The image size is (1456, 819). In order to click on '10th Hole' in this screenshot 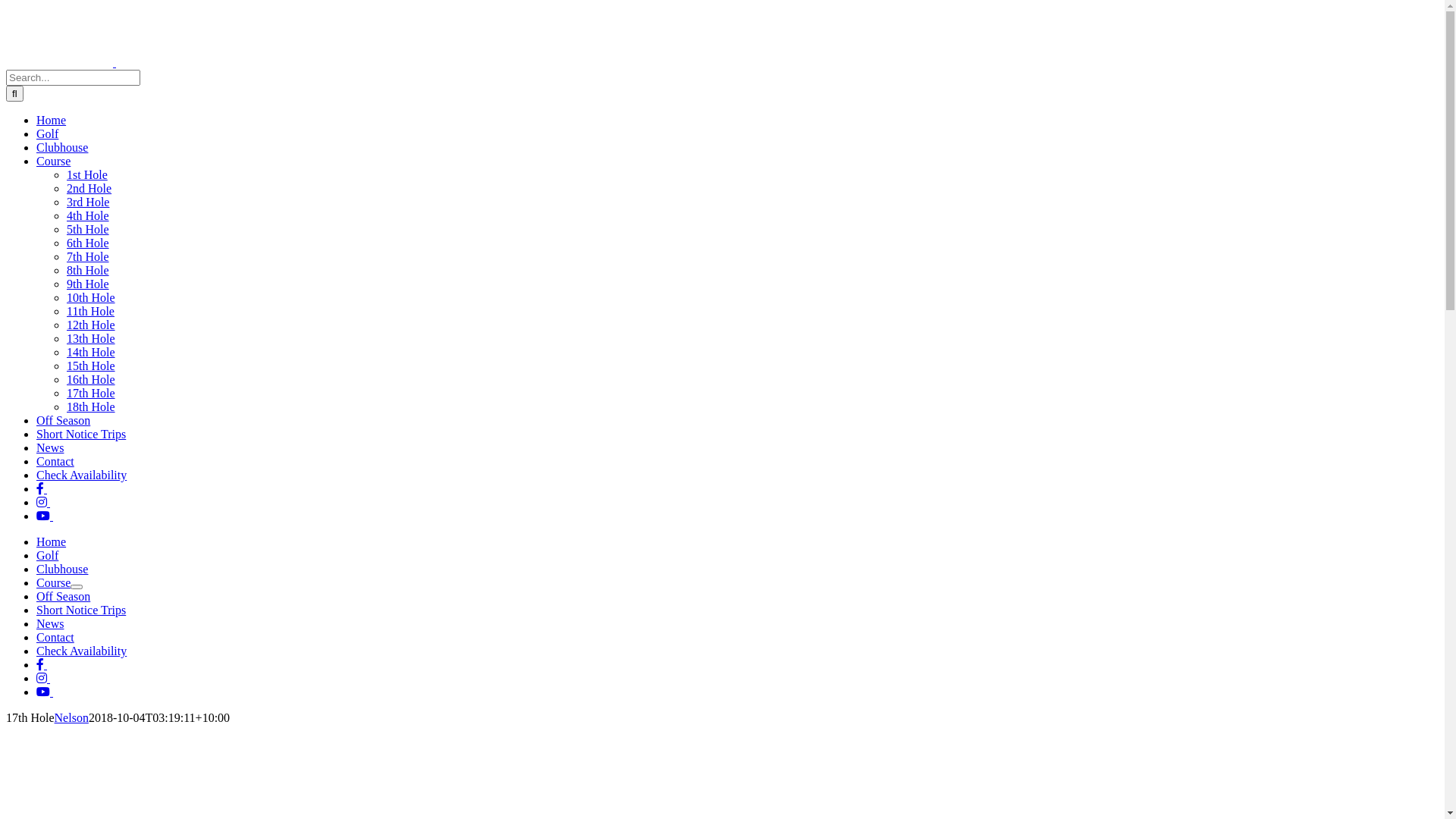, I will do `click(90, 297)`.